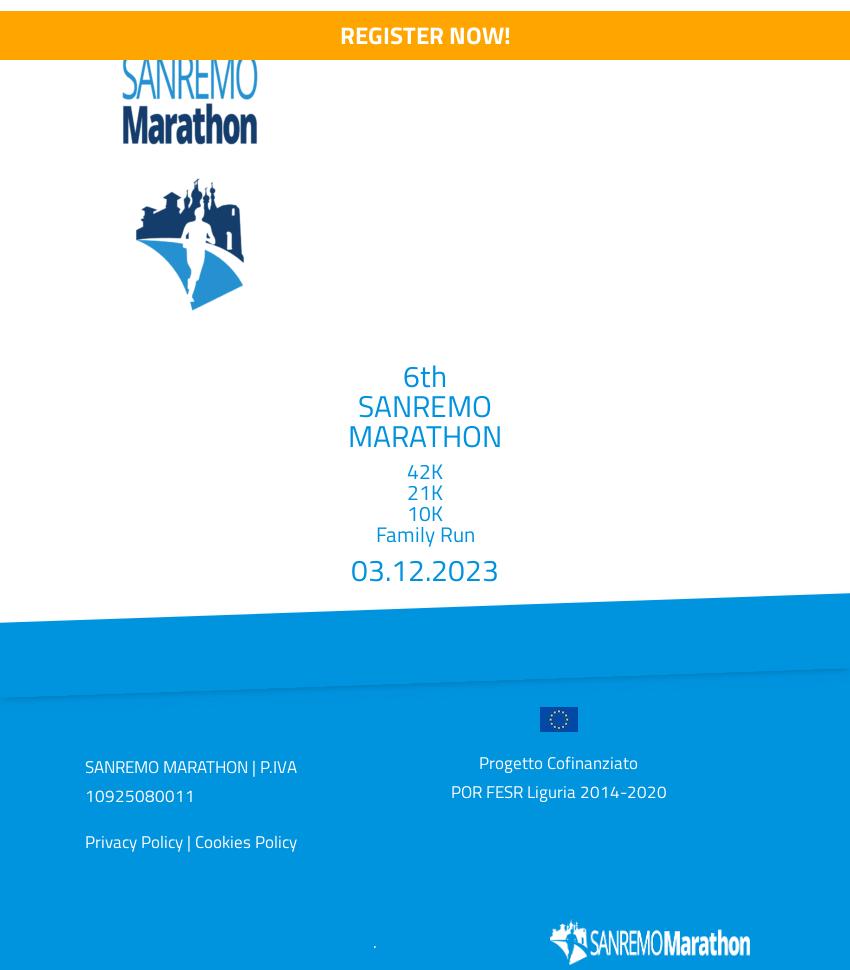  What do you see at coordinates (558, 762) in the screenshot?
I see `'Progetto Cofinanziato'` at bounding box center [558, 762].